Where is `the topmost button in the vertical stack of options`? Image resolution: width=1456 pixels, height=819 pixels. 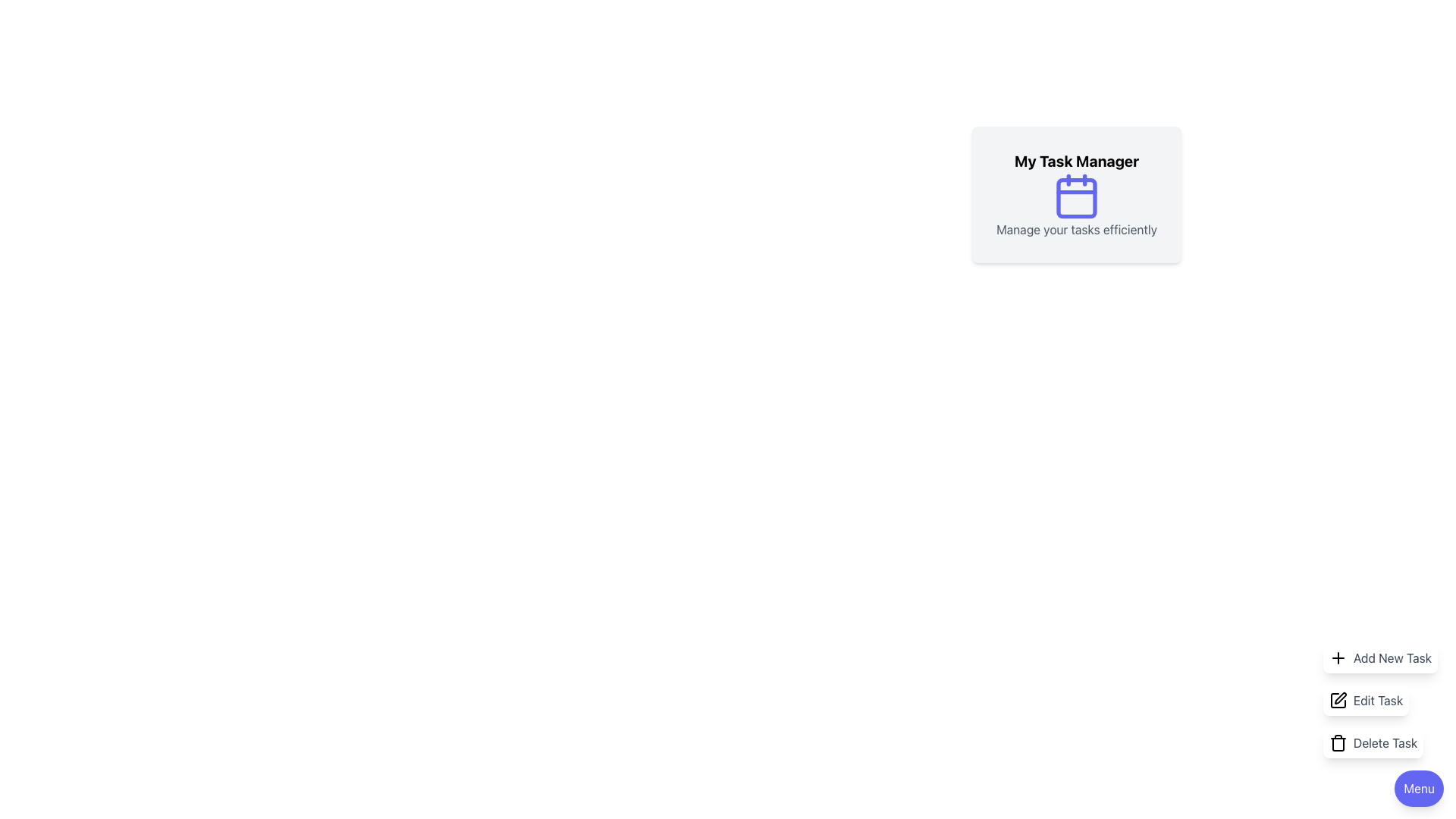
the topmost button in the vertical stack of options is located at coordinates (1380, 657).